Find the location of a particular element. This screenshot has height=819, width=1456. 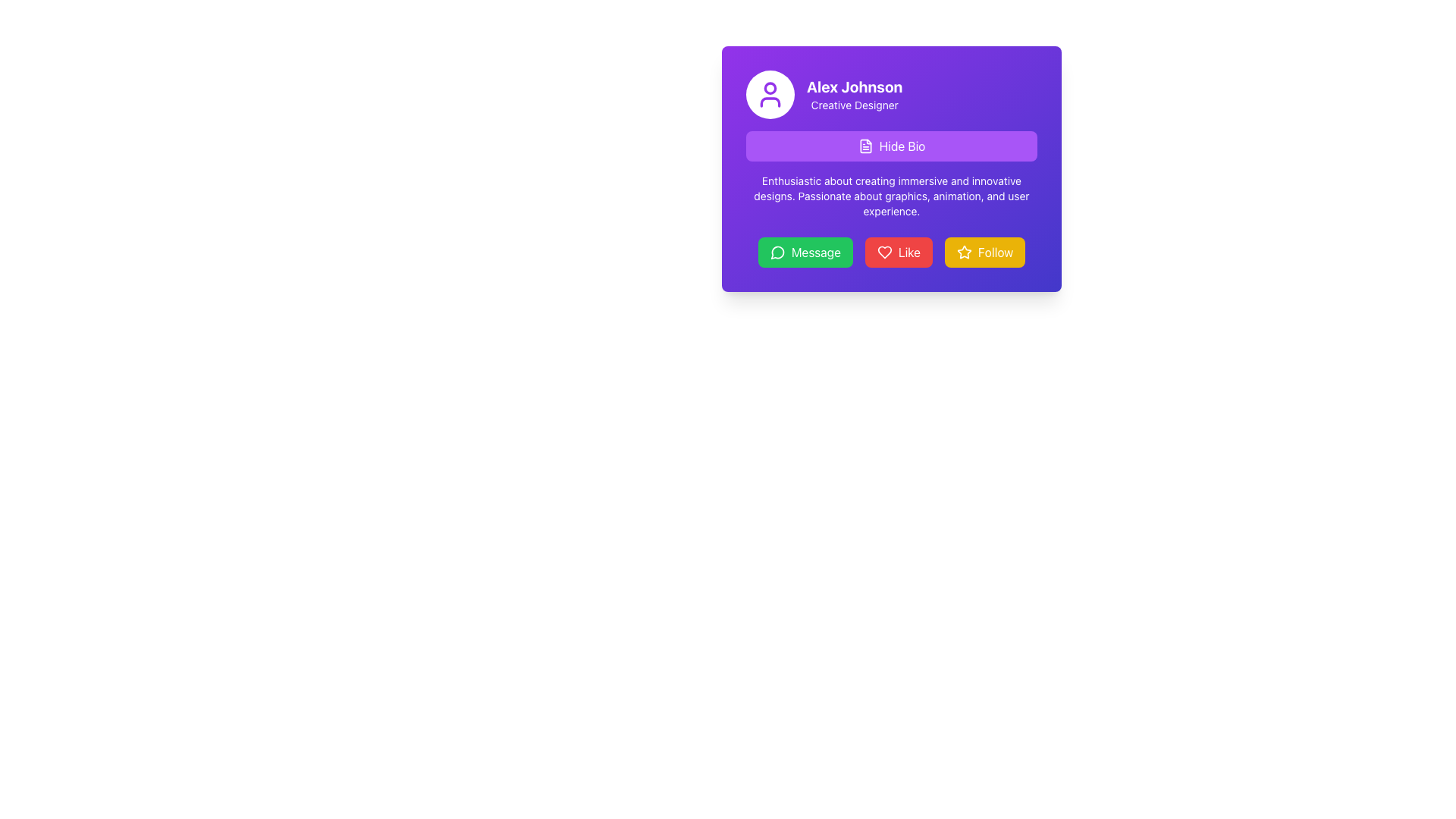

the text label representing the individual's name within the profile card for accessibility purposes is located at coordinates (855, 87).